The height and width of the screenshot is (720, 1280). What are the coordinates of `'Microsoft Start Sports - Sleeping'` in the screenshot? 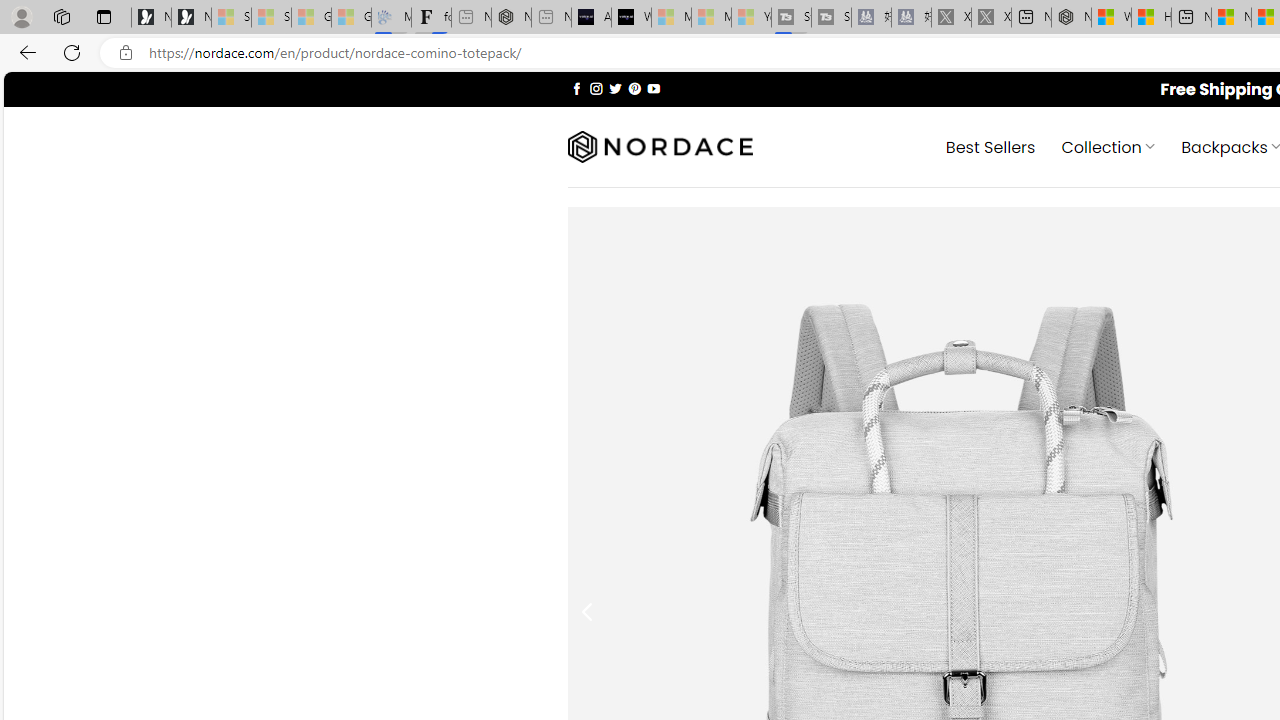 It's located at (671, 17).